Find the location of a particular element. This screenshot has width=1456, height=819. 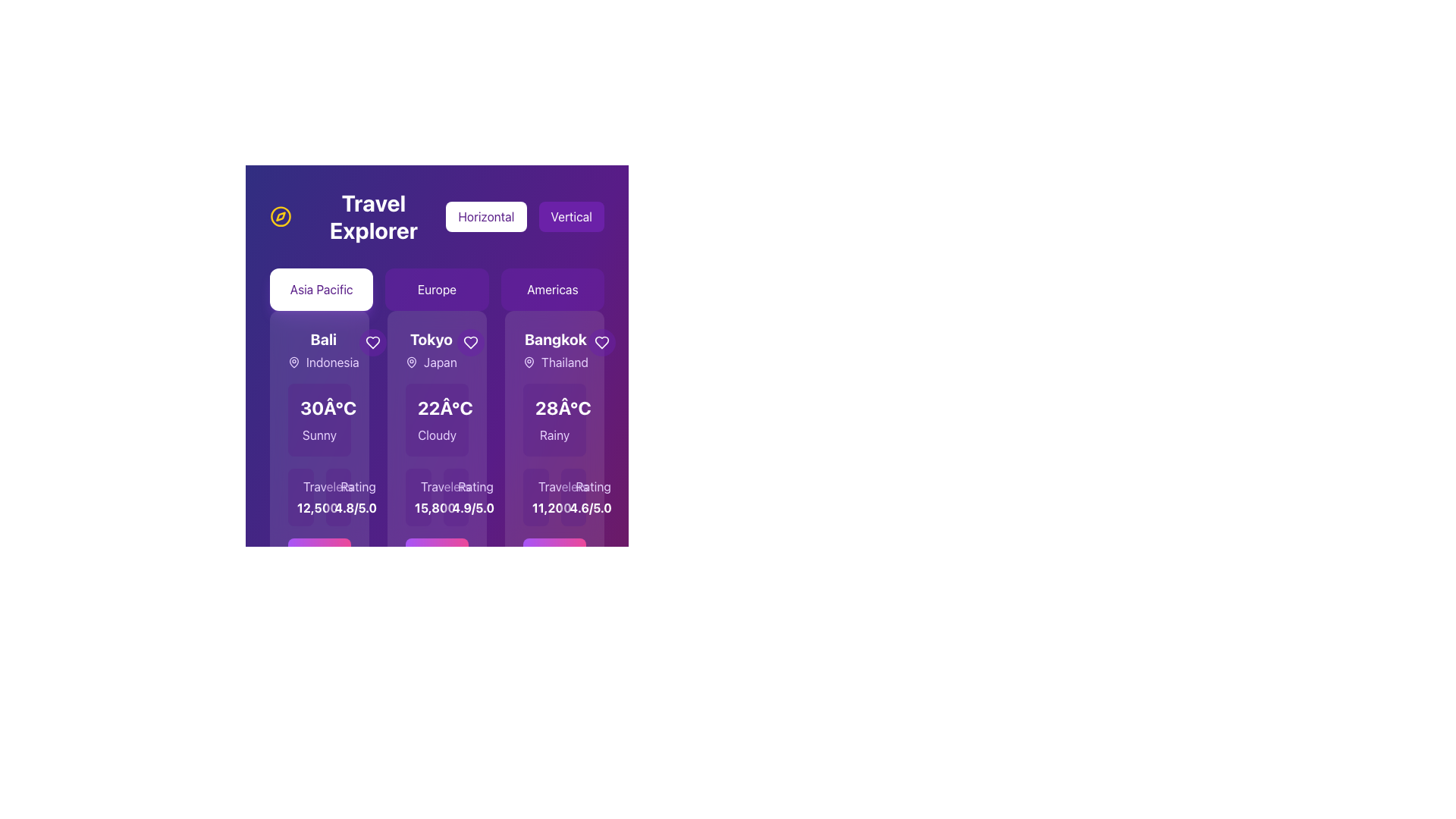

the fourth star icon in the rating section of the 'Tokyo' card, which visually represents a rating of 4.9 out of 5.0 is located at coordinates (460, 489).